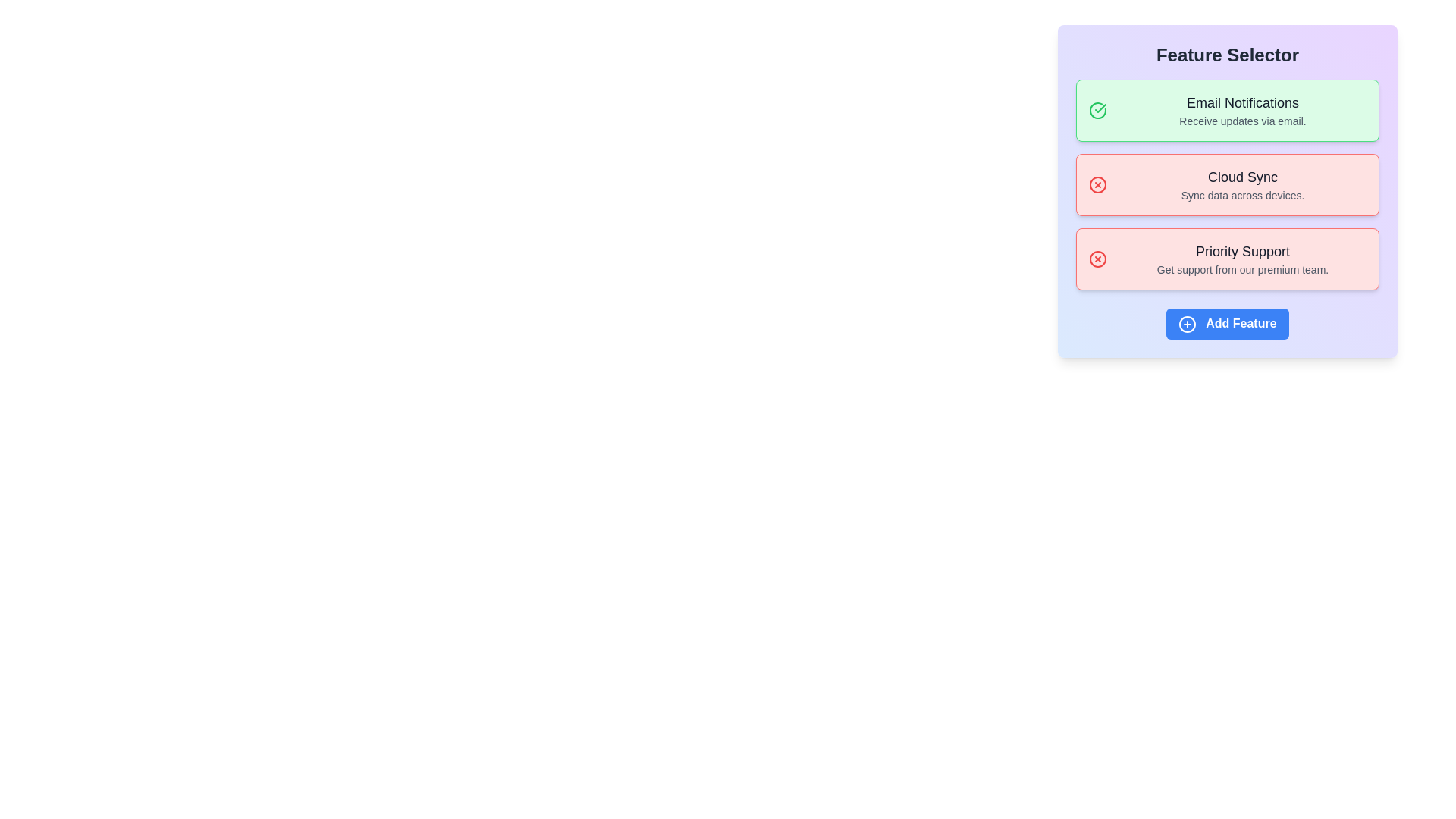 The width and height of the screenshot is (1456, 819). What do you see at coordinates (1242, 268) in the screenshot?
I see `the static text that supports the main title 'Priority Support', located in the third card of the 'Feature Selector' section` at bounding box center [1242, 268].